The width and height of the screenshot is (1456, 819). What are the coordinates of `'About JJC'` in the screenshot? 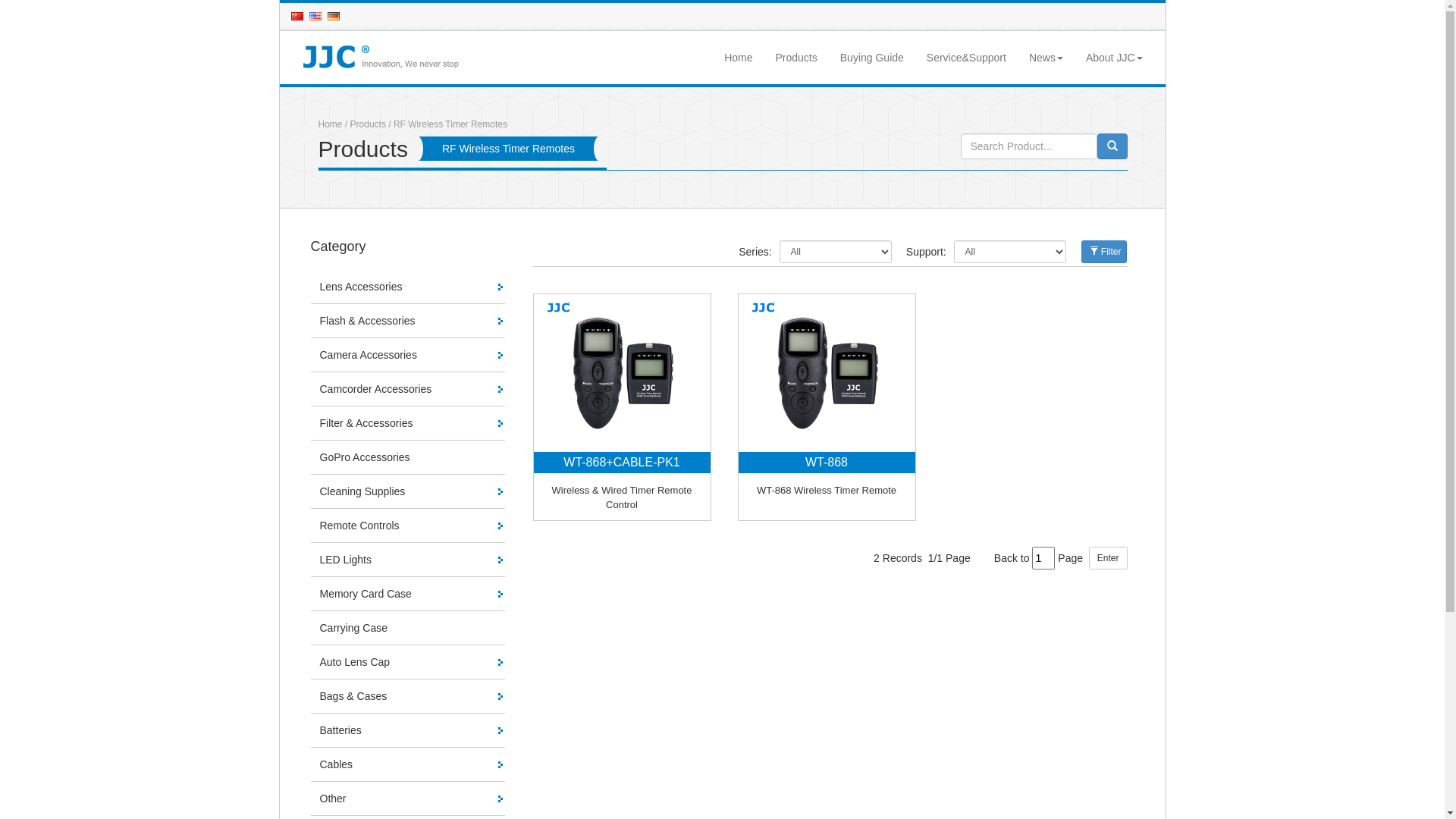 It's located at (1114, 57).